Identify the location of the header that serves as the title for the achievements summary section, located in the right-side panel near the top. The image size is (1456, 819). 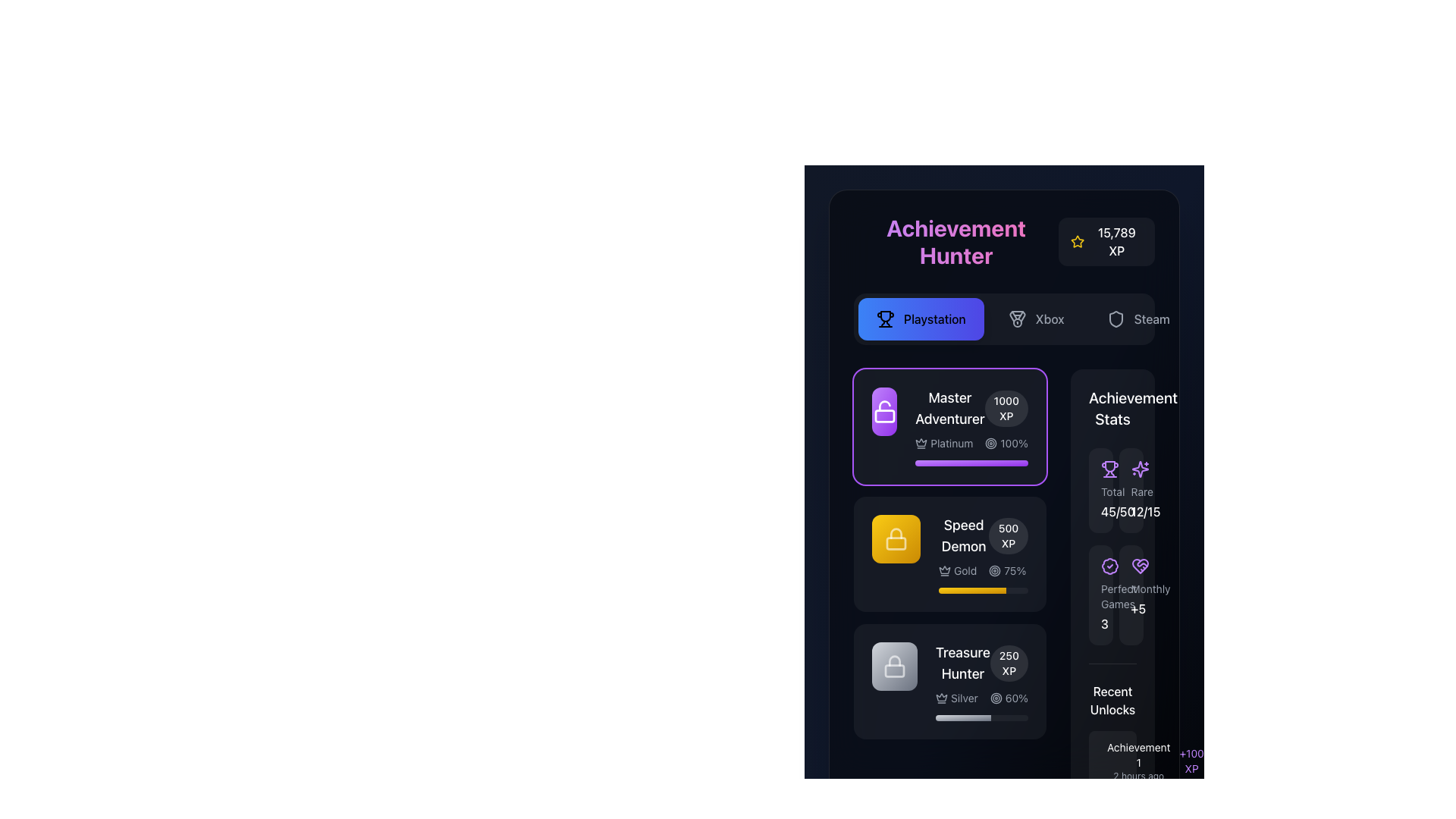
(1112, 408).